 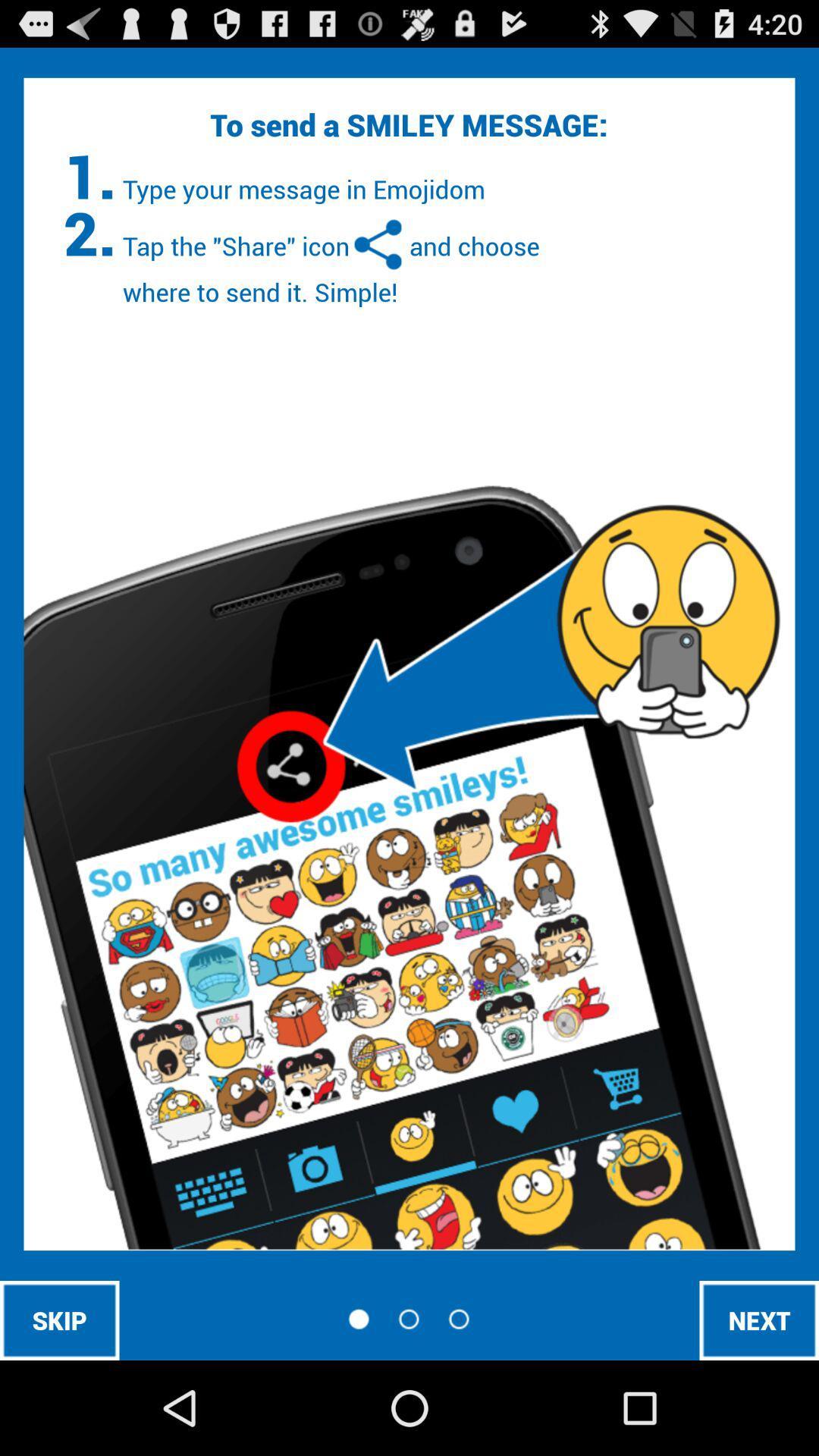 I want to click on next item, so click(x=759, y=1319).